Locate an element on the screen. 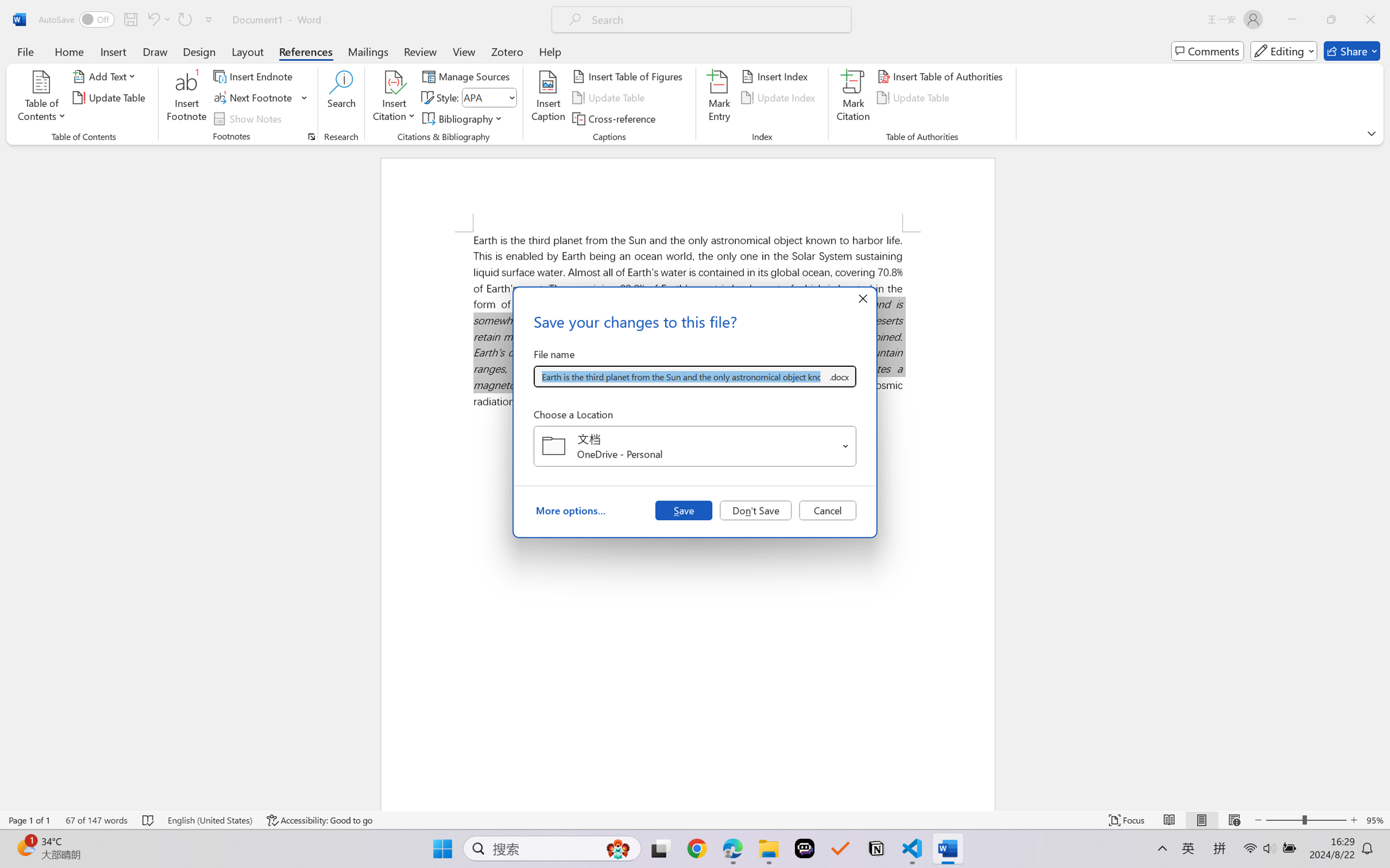 The image size is (1390, 868). 'Microsoft search' is located at coordinates (716, 19).